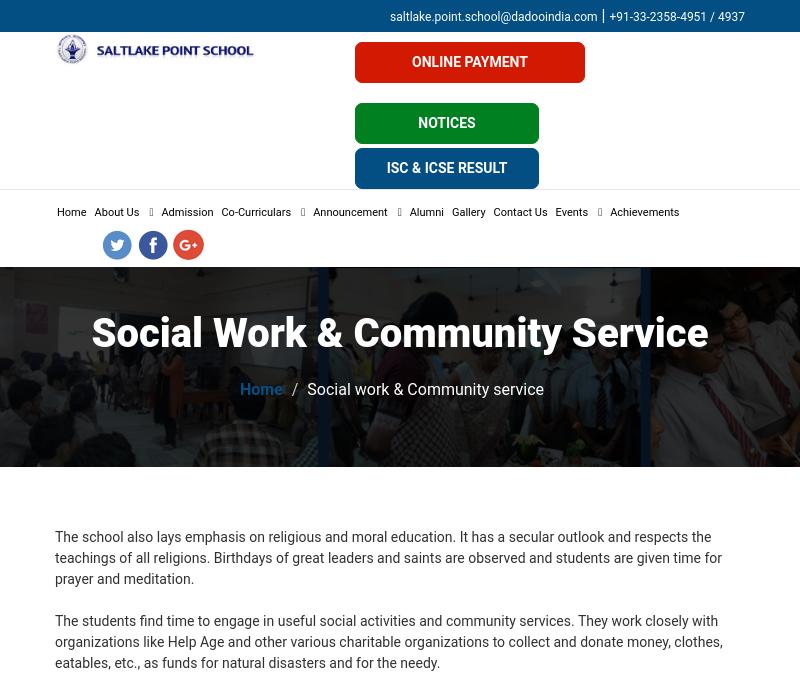  What do you see at coordinates (643, 212) in the screenshot?
I see `'Achievements'` at bounding box center [643, 212].